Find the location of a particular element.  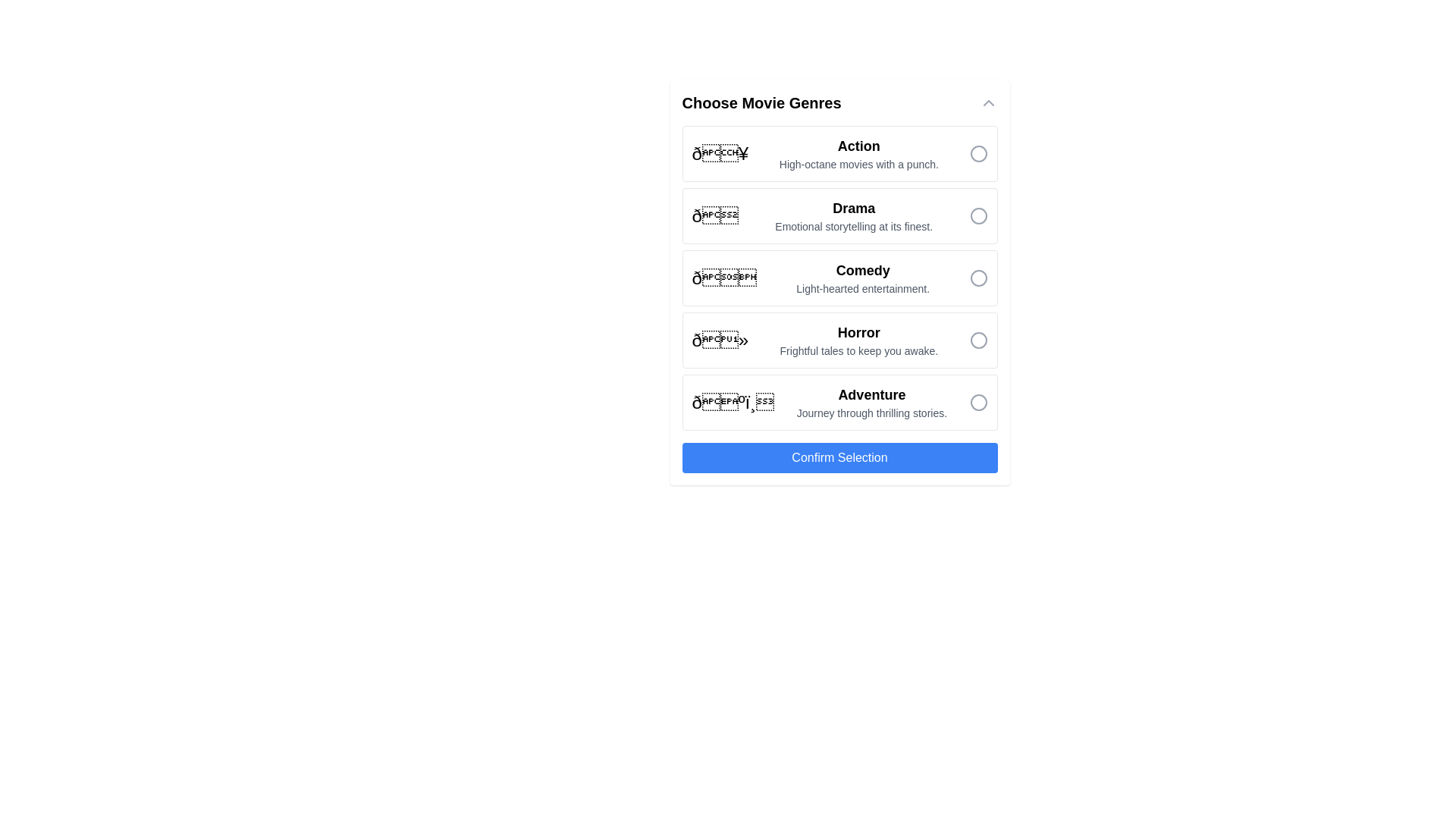

the 'Horror' genre text label is located at coordinates (858, 332).